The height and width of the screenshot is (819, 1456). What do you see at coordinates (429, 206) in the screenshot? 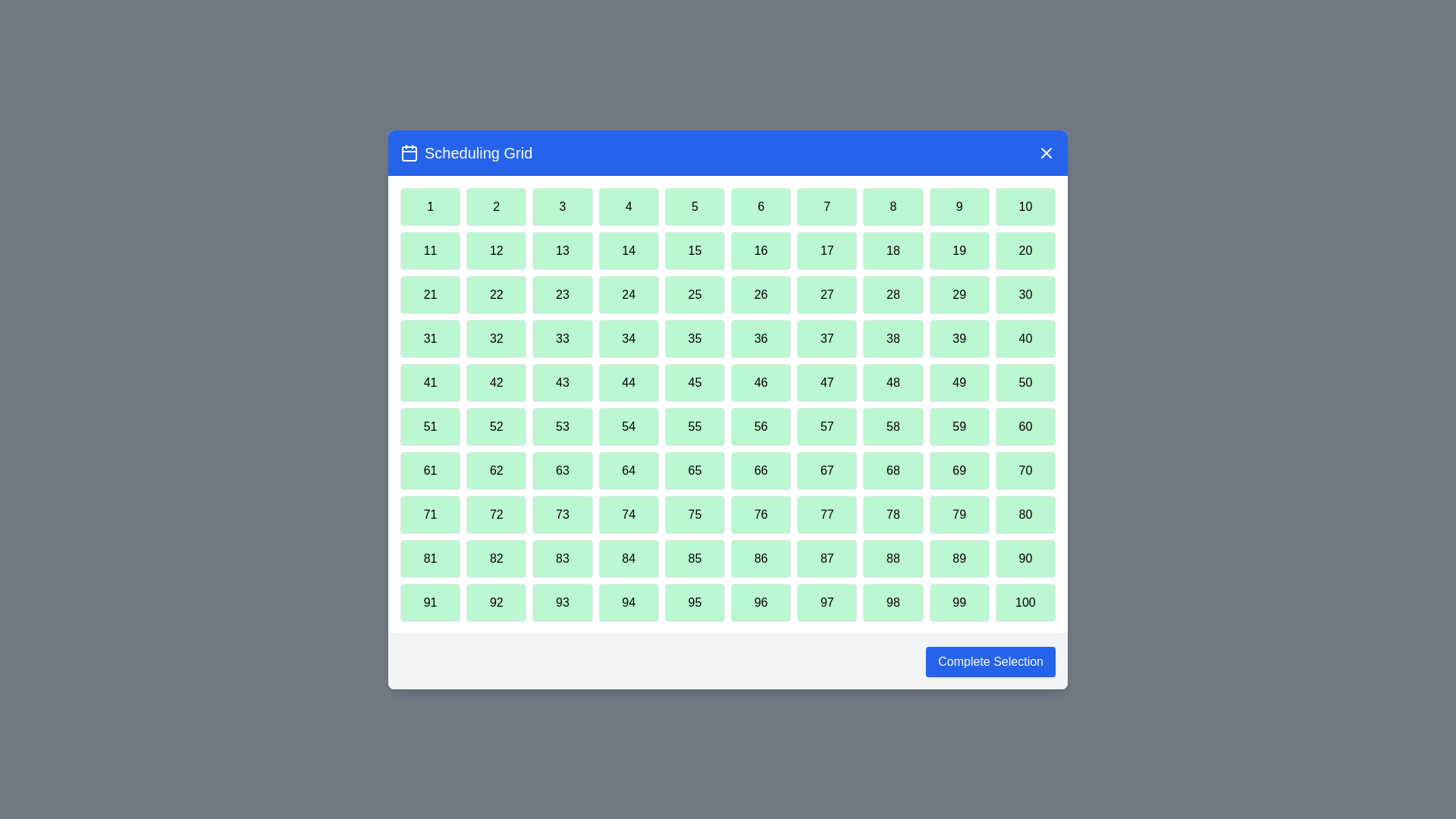
I see `the cell with the number 1` at bounding box center [429, 206].